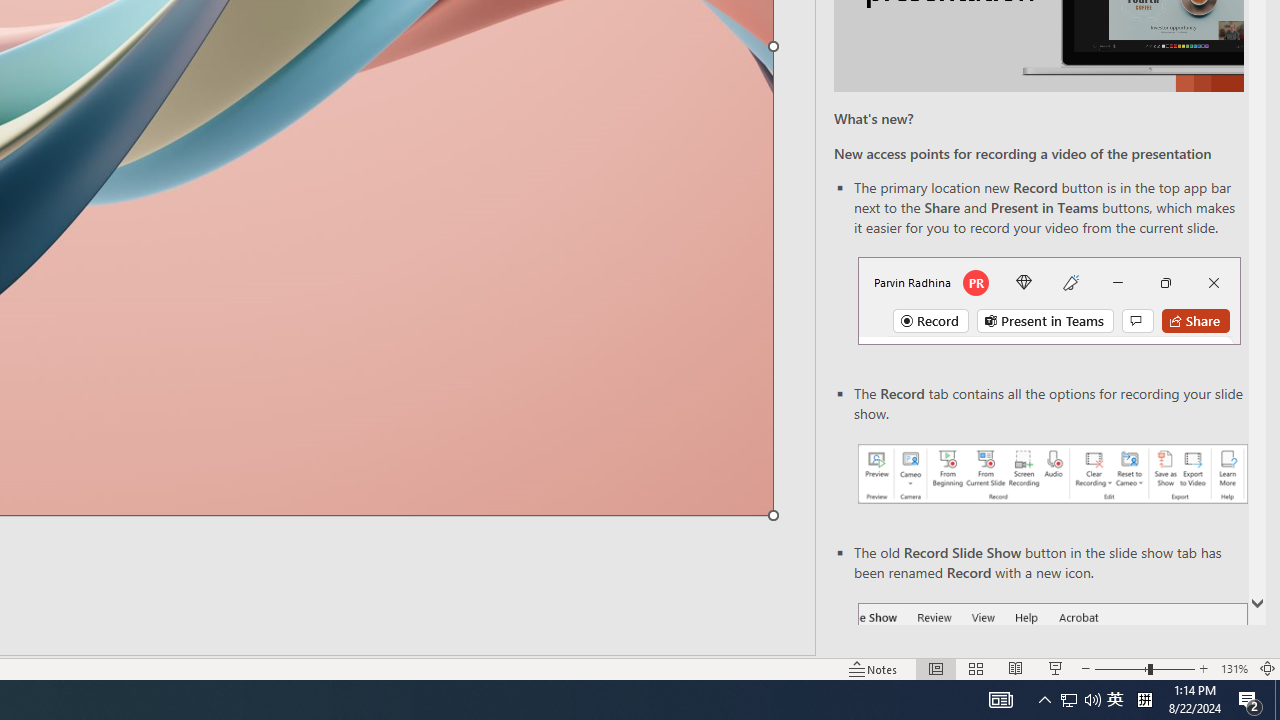 The width and height of the screenshot is (1280, 720). What do you see at coordinates (1015, 669) in the screenshot?
I see `'Reading View'` at bounding box center [1015, 669].